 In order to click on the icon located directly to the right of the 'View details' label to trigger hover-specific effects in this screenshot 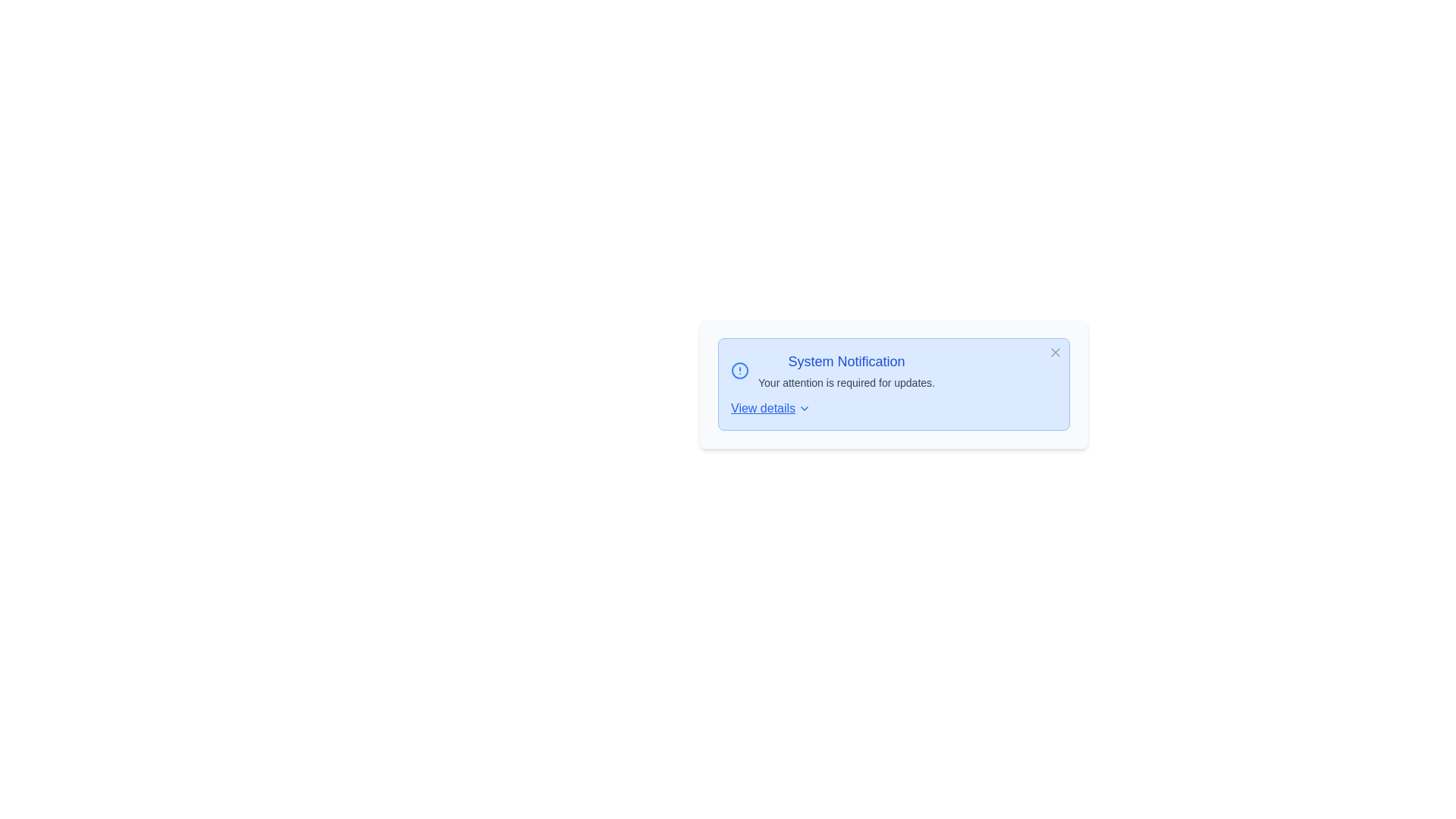, I will do `click(804, 408)`.